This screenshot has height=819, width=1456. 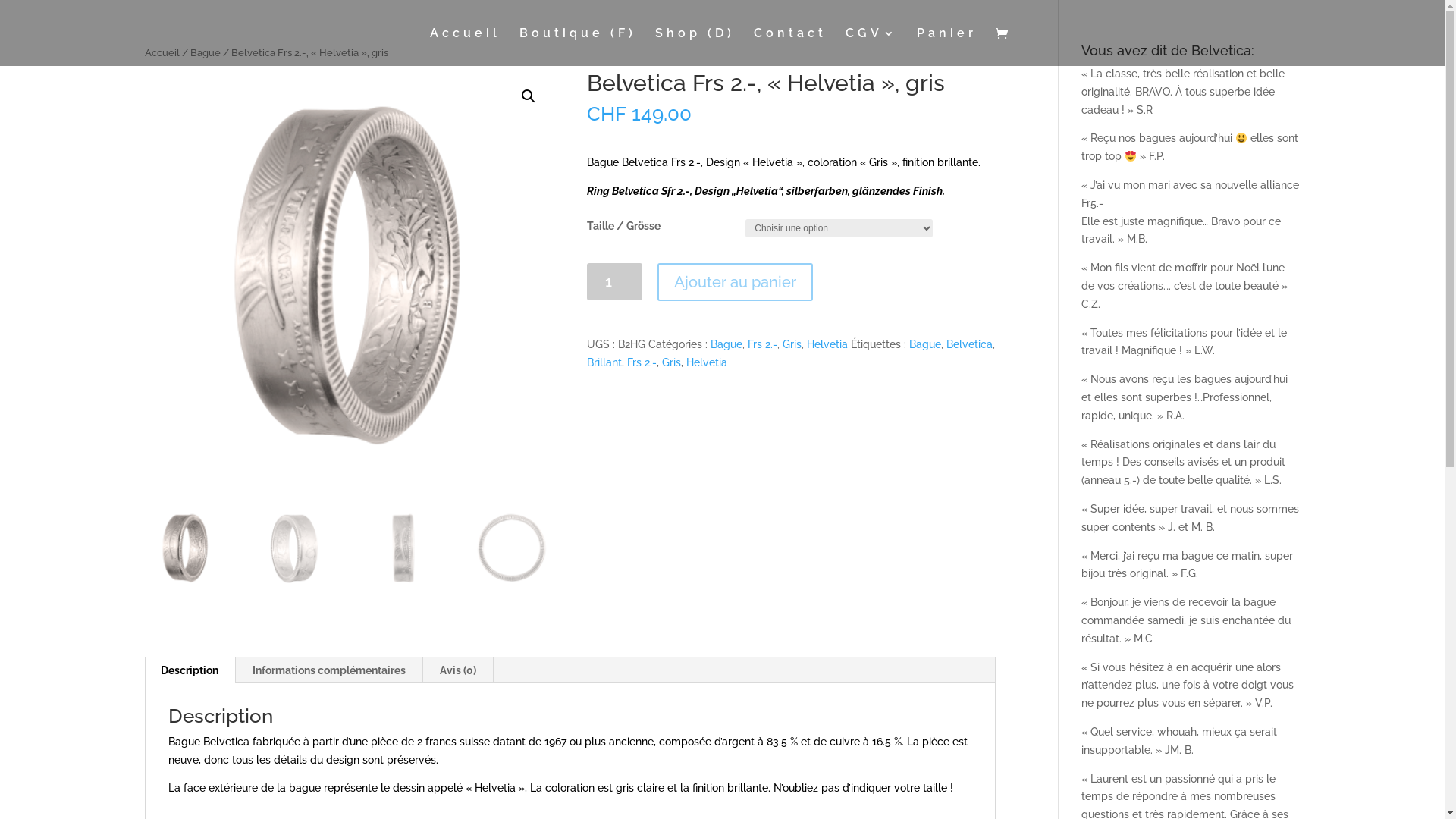 I want to click on 'CGV', so click(x=843, y=45).